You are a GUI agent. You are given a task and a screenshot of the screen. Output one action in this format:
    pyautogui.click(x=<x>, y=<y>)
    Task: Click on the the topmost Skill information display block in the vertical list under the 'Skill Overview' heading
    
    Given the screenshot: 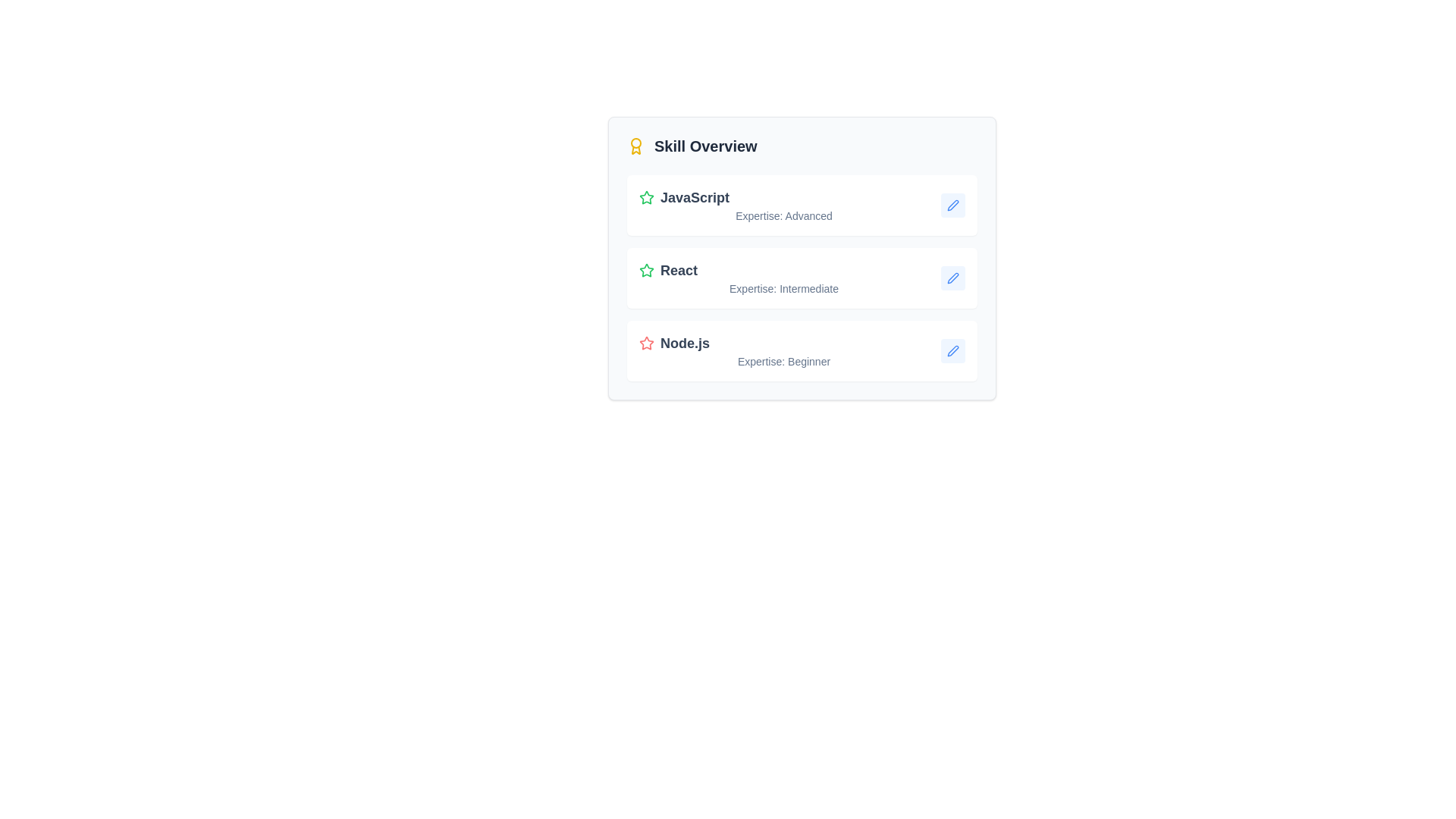 What is the action you would take?
    pyautogui.click(x=783, y=205)
    